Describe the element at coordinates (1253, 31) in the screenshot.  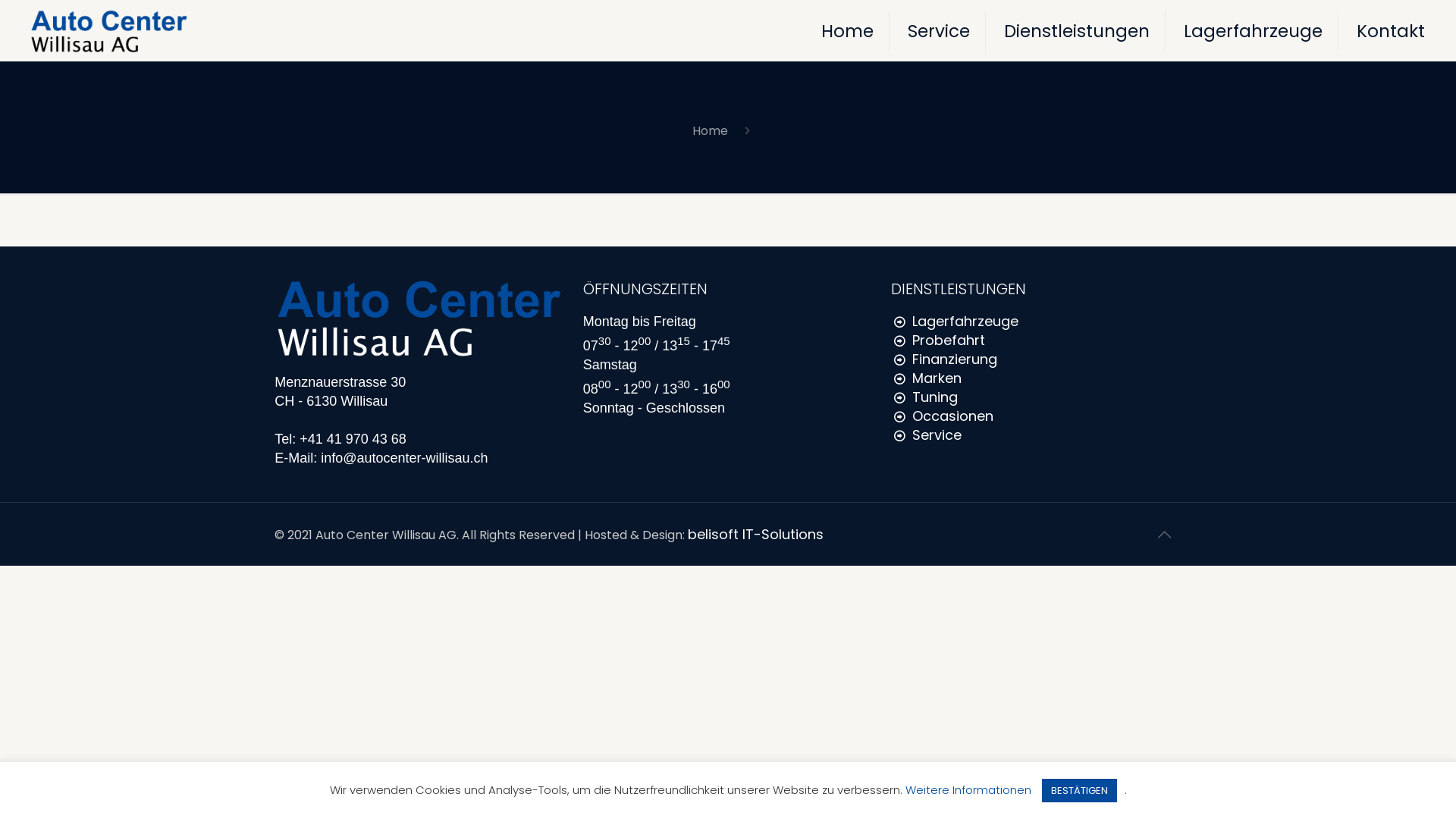
I see `'Lagerfahrzeuge'` at that location.